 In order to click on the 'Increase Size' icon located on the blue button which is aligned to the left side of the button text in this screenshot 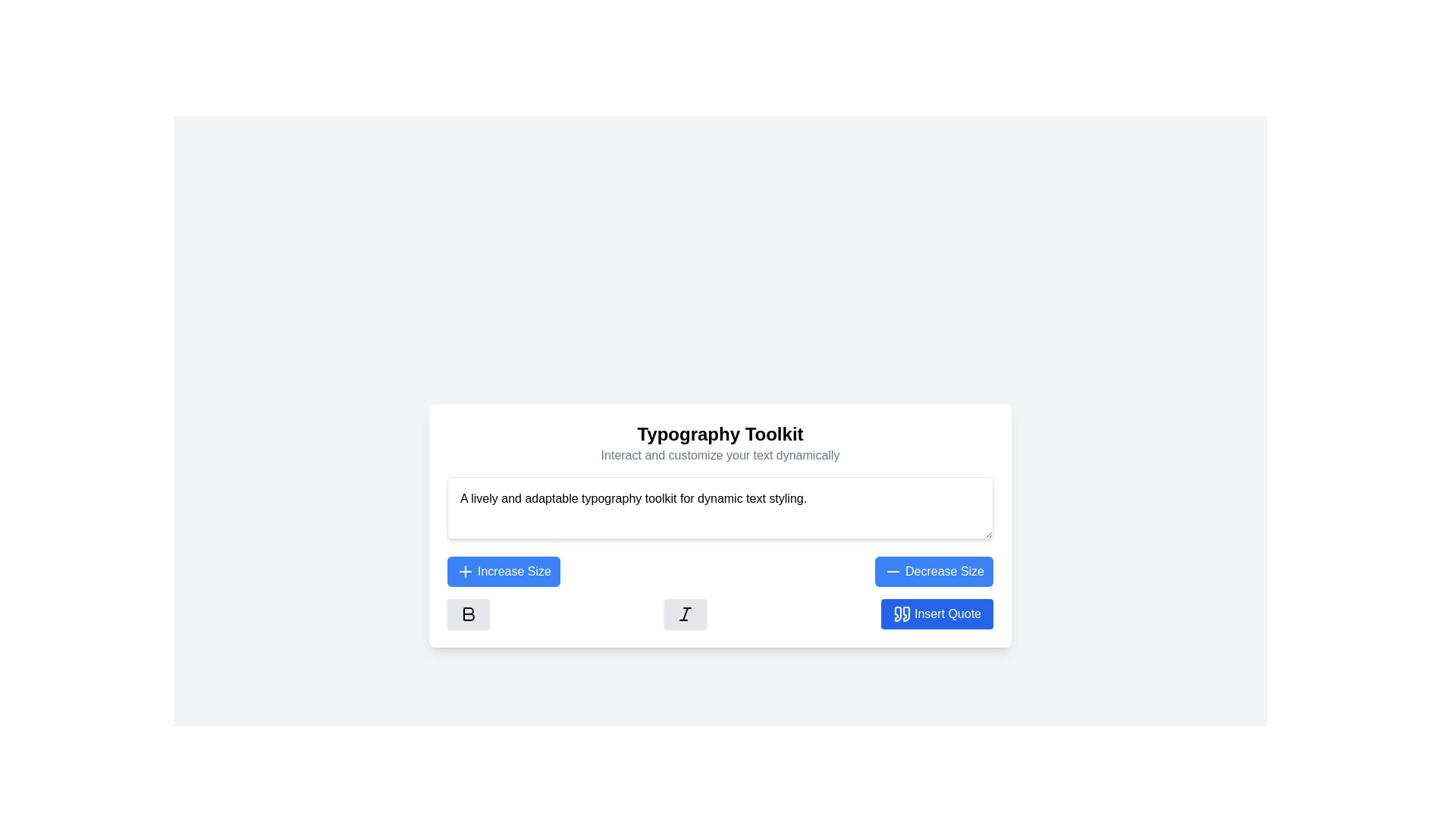, I will do `click(465, 571)`.